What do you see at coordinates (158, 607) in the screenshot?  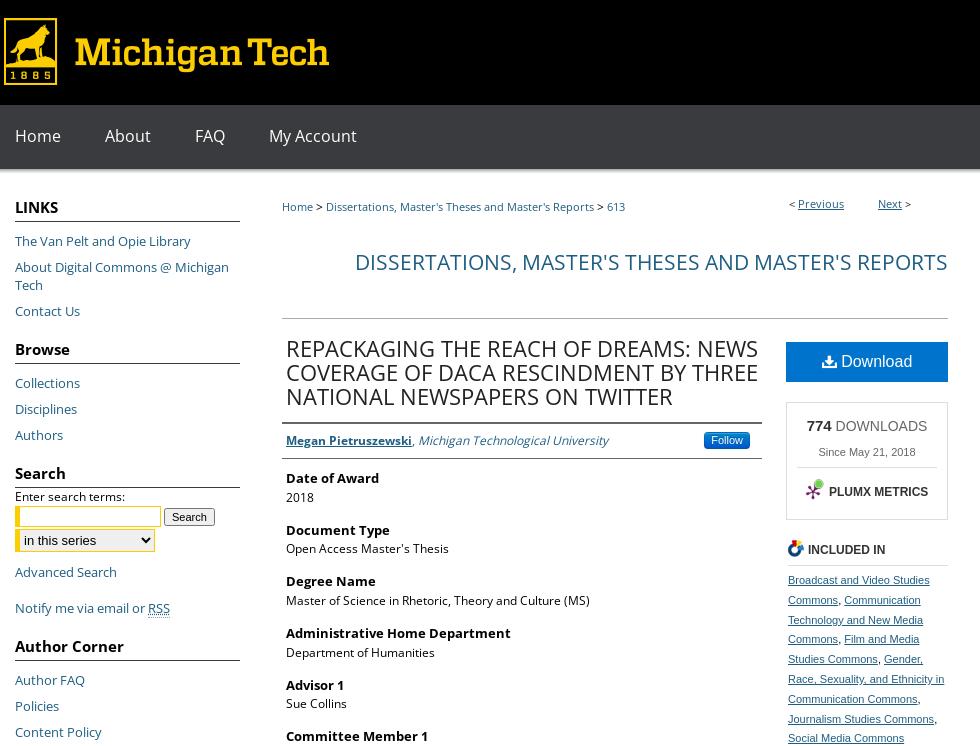 I see `'RSS'` at bounding box center [158, 607].